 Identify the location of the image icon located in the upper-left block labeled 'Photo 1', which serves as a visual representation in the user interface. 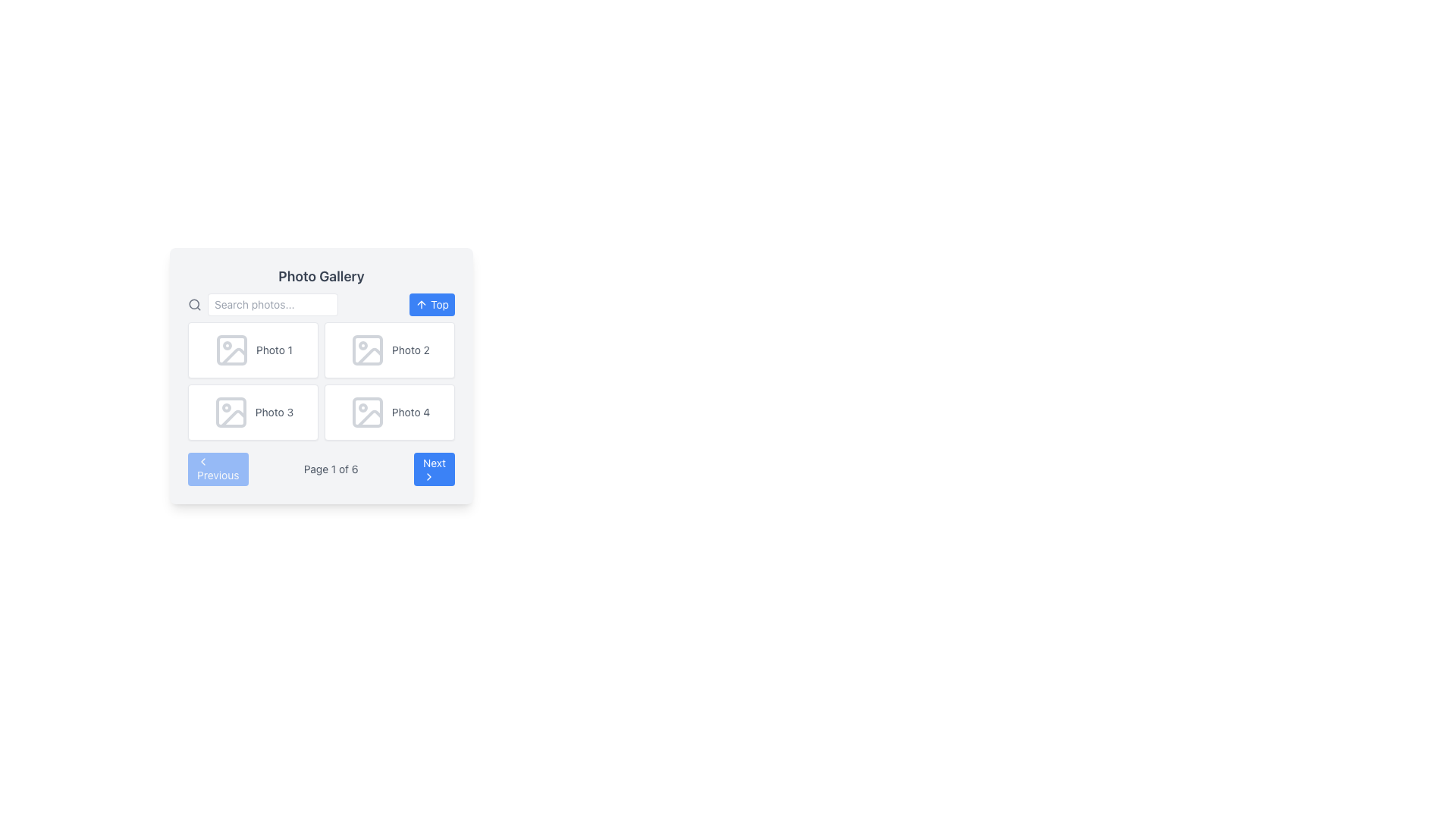
(231, 350).